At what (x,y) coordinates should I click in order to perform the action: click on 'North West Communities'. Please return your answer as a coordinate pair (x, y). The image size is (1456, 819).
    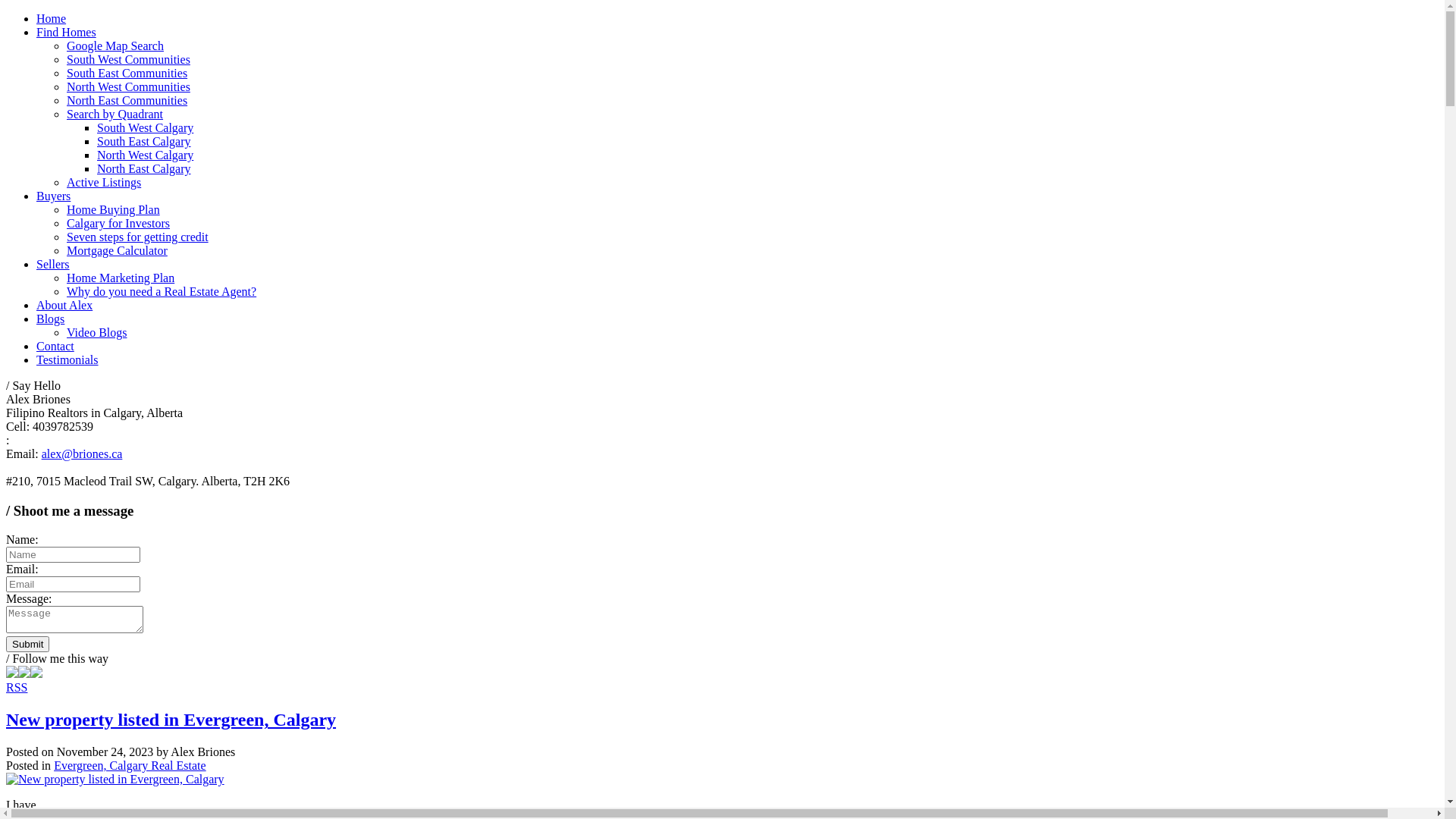
    Looking at the image, I should click on (128, 86).